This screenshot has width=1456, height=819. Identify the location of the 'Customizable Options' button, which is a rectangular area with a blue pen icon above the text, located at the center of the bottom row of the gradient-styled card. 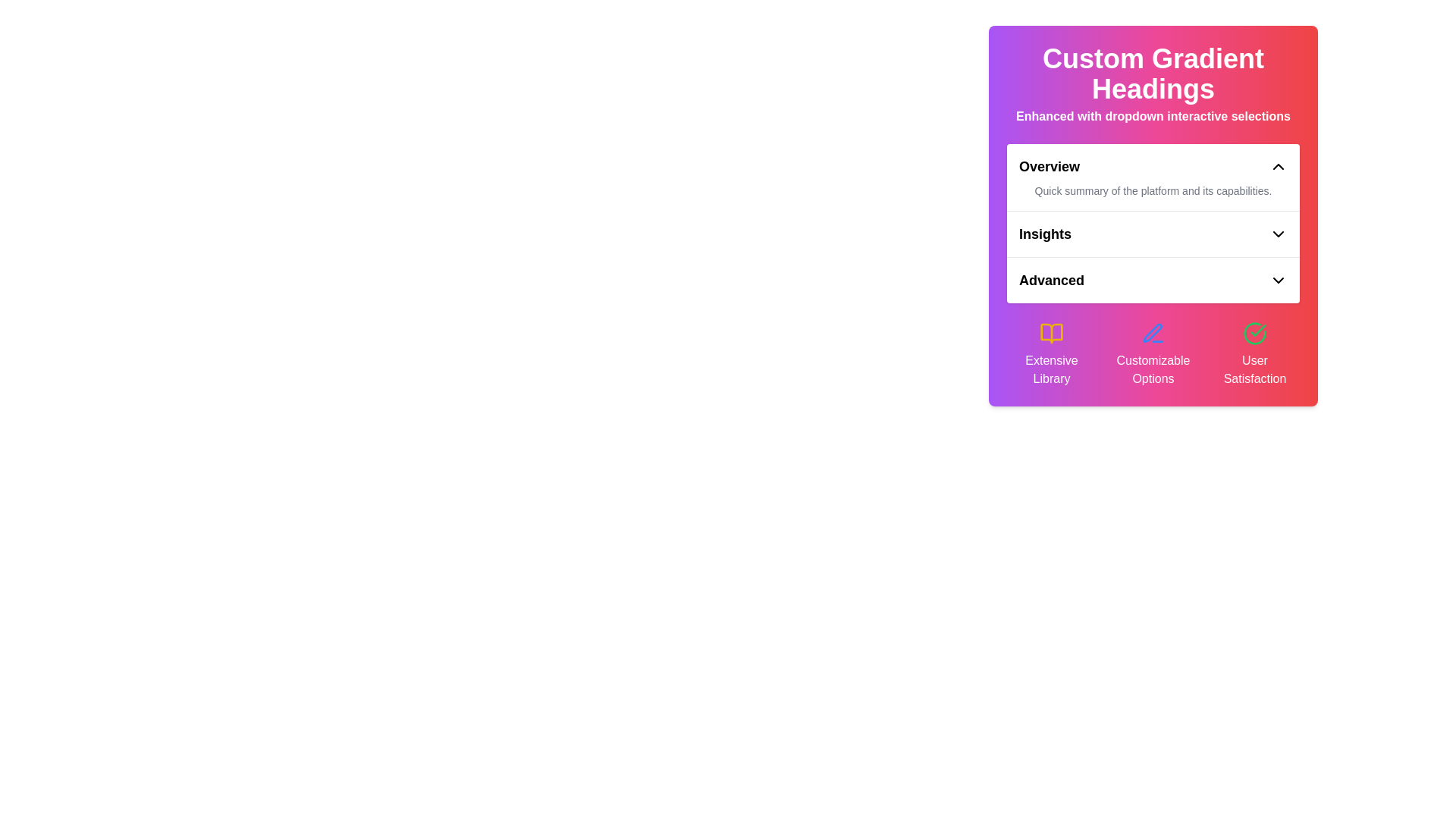
(1153, 354).